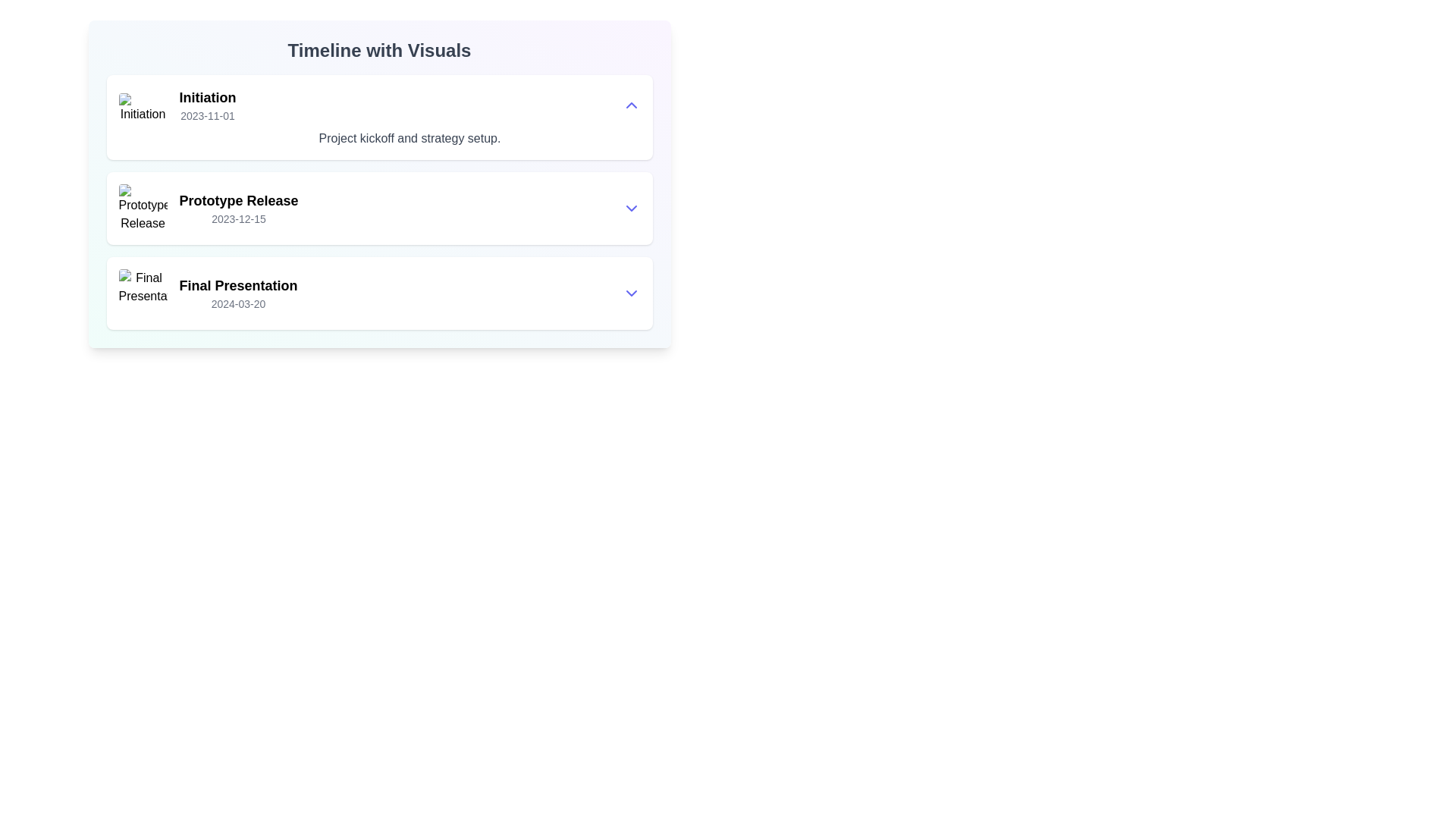 The image size is (1456, 819). Describe the element at coordinates (206, 115) in the screenshot. I see `the text label displaying the date '2023-11-01', which is located below the 'Initiation' title in the timeline interface` at that location.